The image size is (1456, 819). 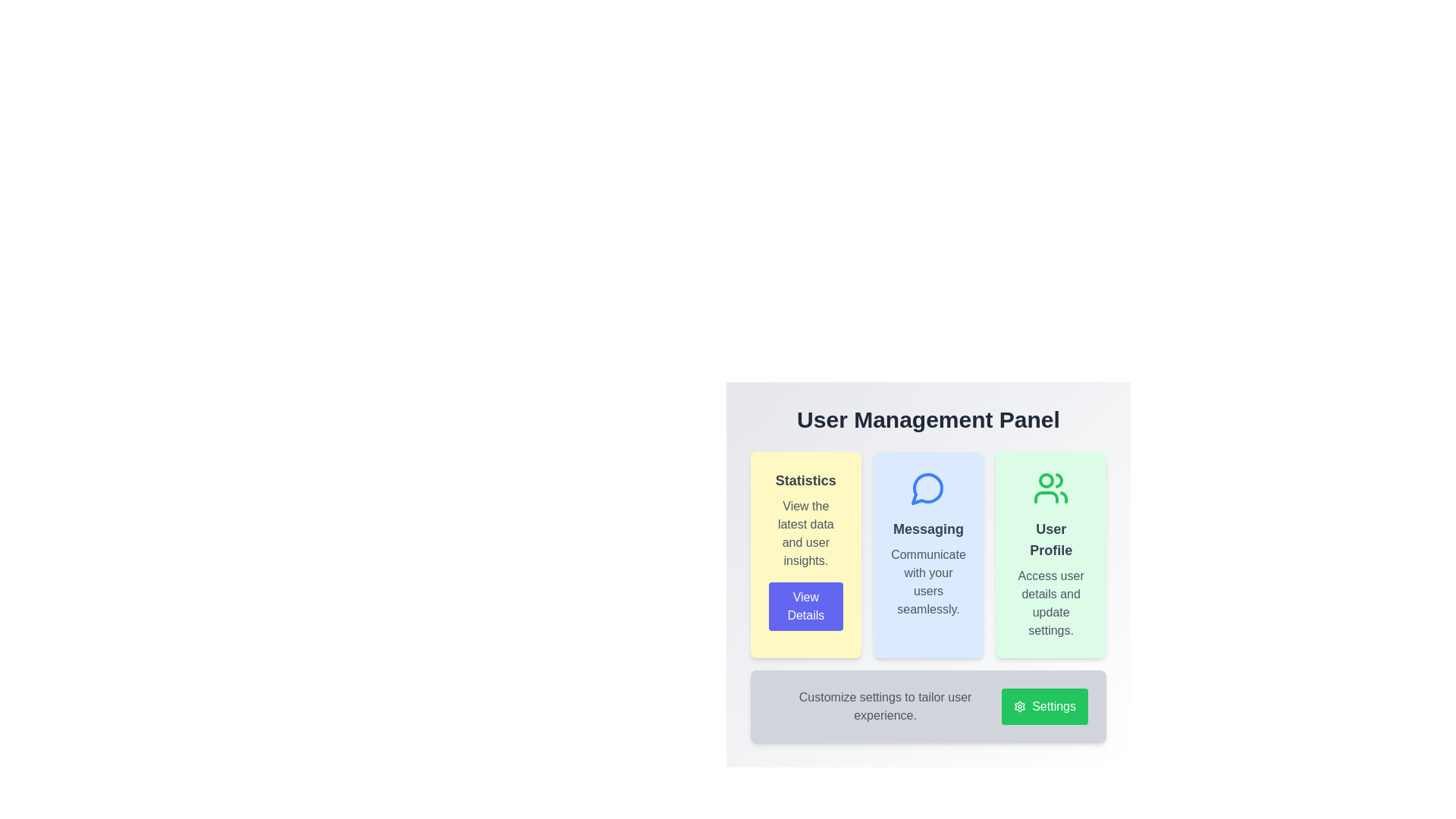 What do you see at coordinates (927, 529) in the screenshot?
I see `text displayed in the bold, large-size font labeled 'Messaging', which is centrally aligned in the blue section of the 'User Management Panel'` at bounding box center [927, 529].